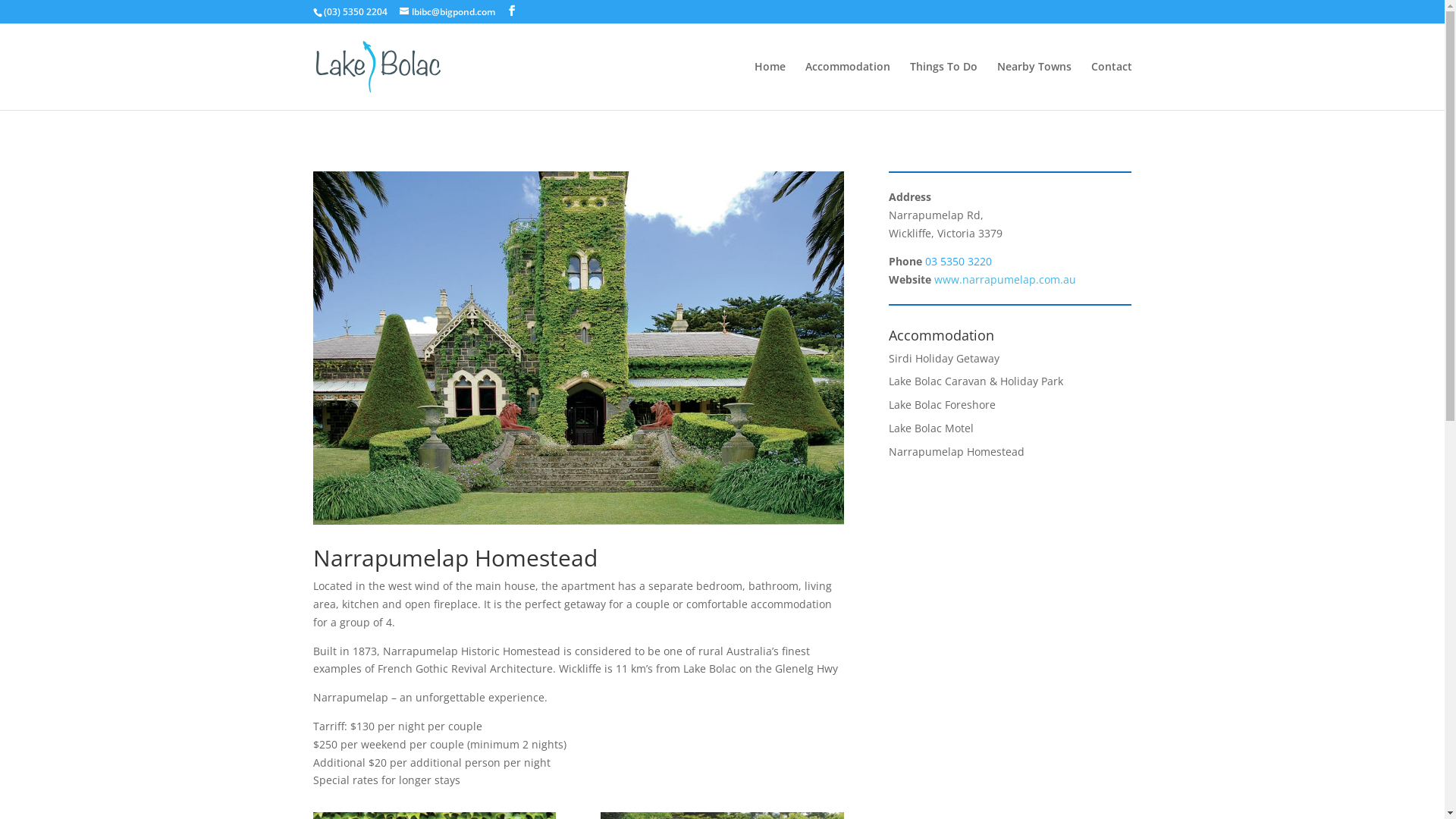 This screenshot has height=819, width=1456. Describe the element at coordinates (957, 260) in the screenshot. I see `'03 5350 3220'` at that location.